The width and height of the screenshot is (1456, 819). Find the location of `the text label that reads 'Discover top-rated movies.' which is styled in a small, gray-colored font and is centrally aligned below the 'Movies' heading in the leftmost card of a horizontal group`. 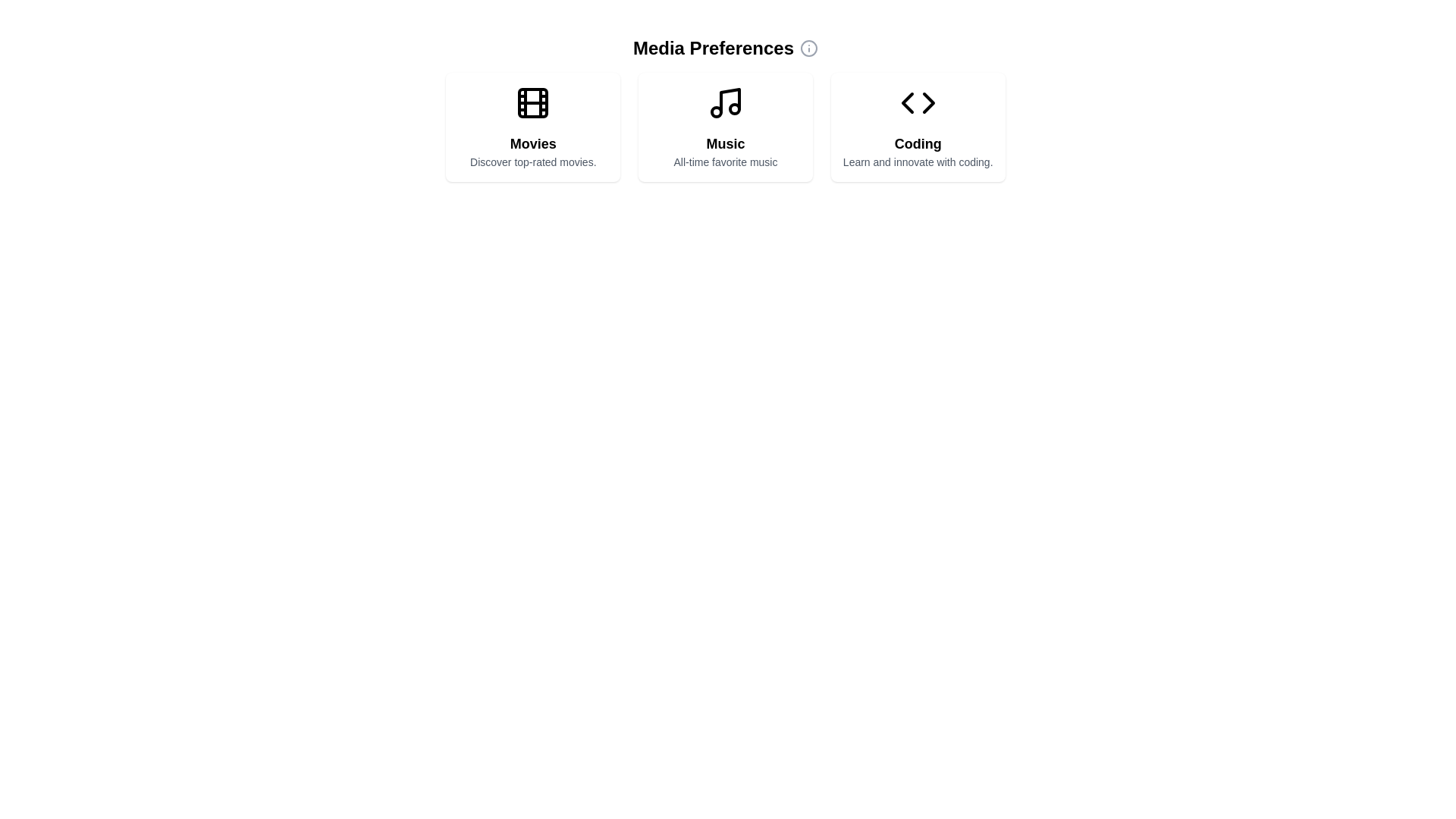

the text label that reads 'Discover top-rated movies.' which is styled in a small, gray-colored font and is centrally aligned below the 'Movies' heading in the leftmost card of a horizontal group is located at coordinates (533, 162).